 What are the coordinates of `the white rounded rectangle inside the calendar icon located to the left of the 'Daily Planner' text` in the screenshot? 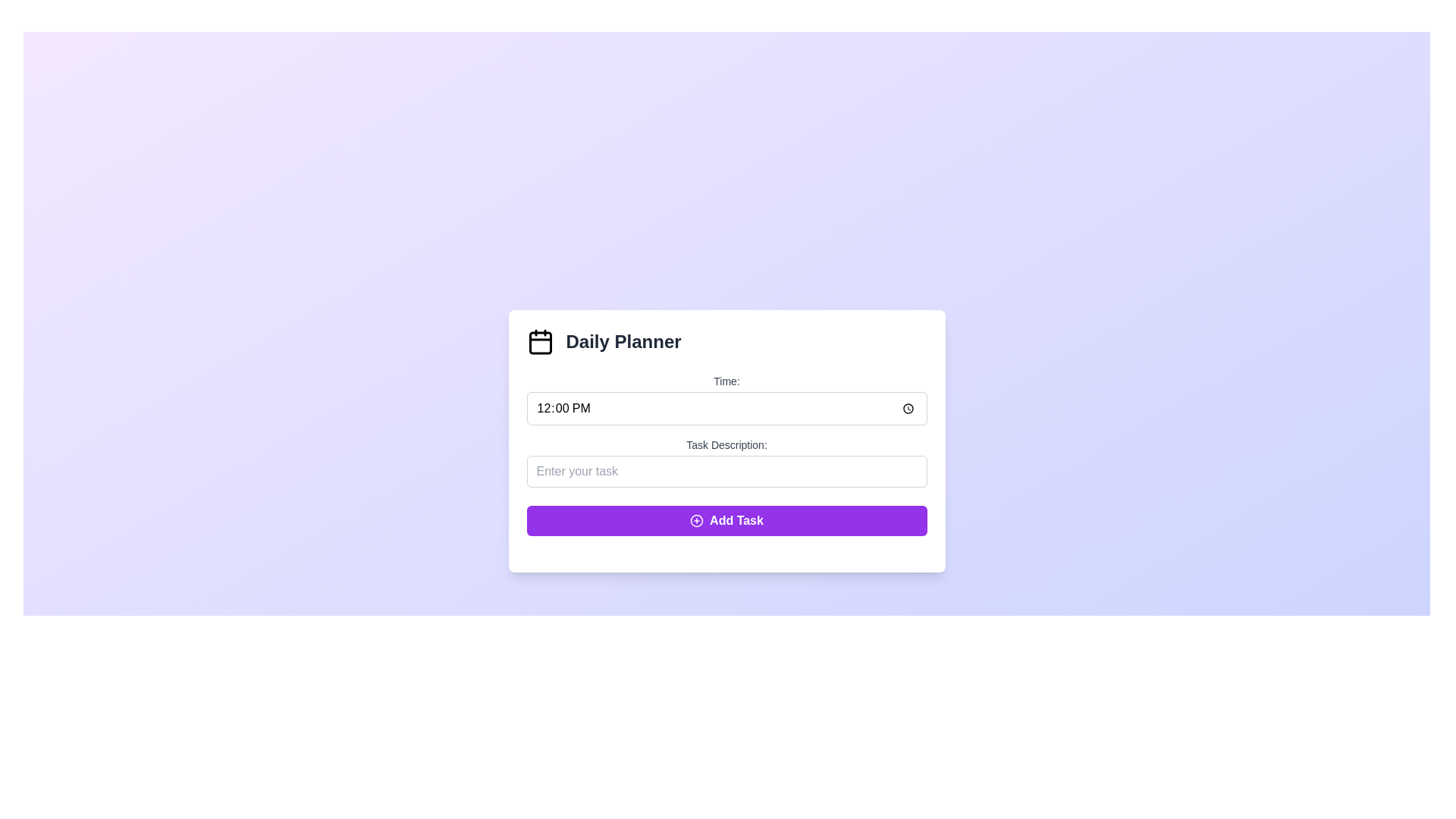 It's located at (540, 343).